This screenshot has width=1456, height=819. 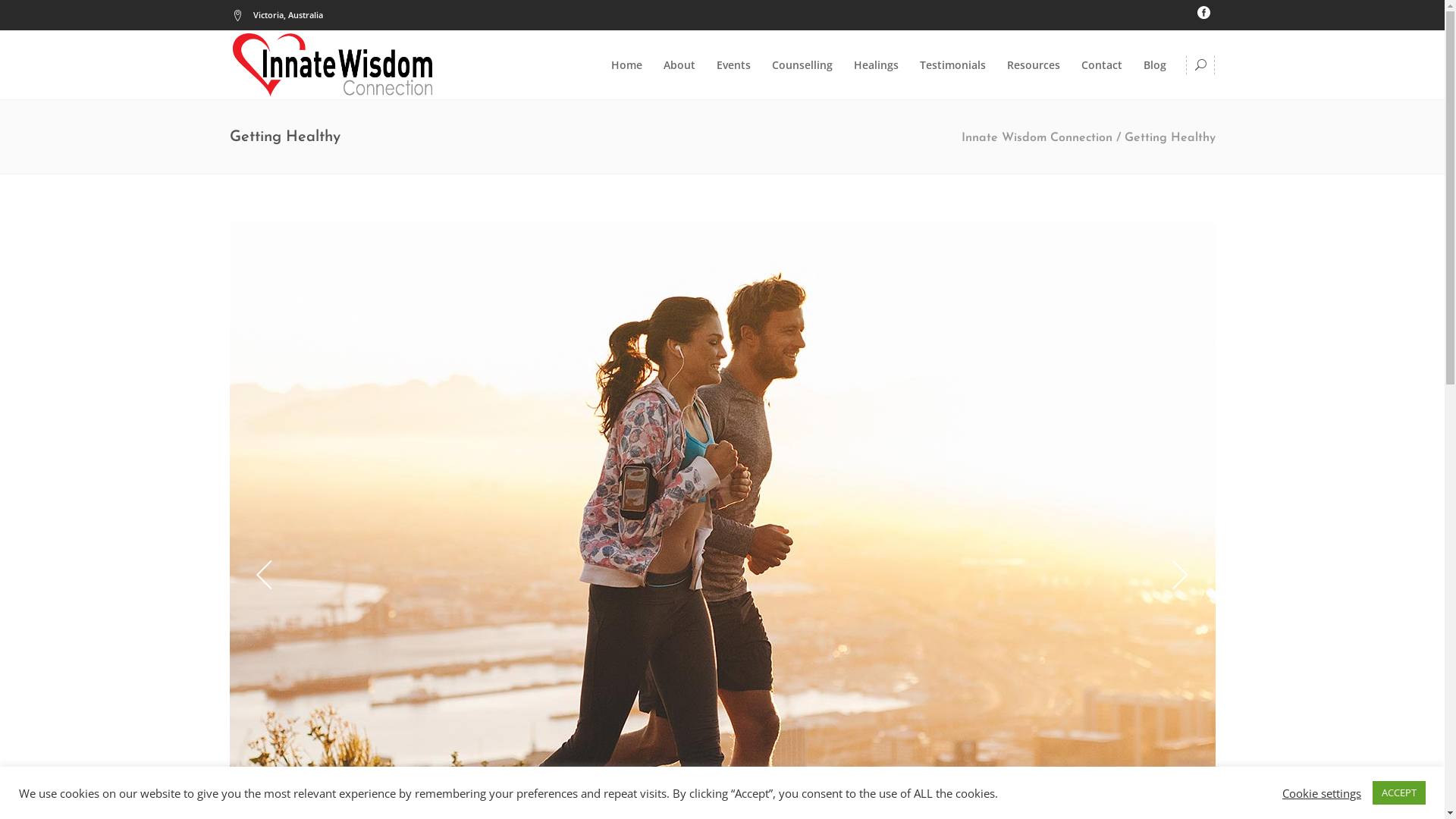 What do you see at coordinates (761, 64) in the screenshot?
I see `'Counselling'` at bounding box center [761, 64].